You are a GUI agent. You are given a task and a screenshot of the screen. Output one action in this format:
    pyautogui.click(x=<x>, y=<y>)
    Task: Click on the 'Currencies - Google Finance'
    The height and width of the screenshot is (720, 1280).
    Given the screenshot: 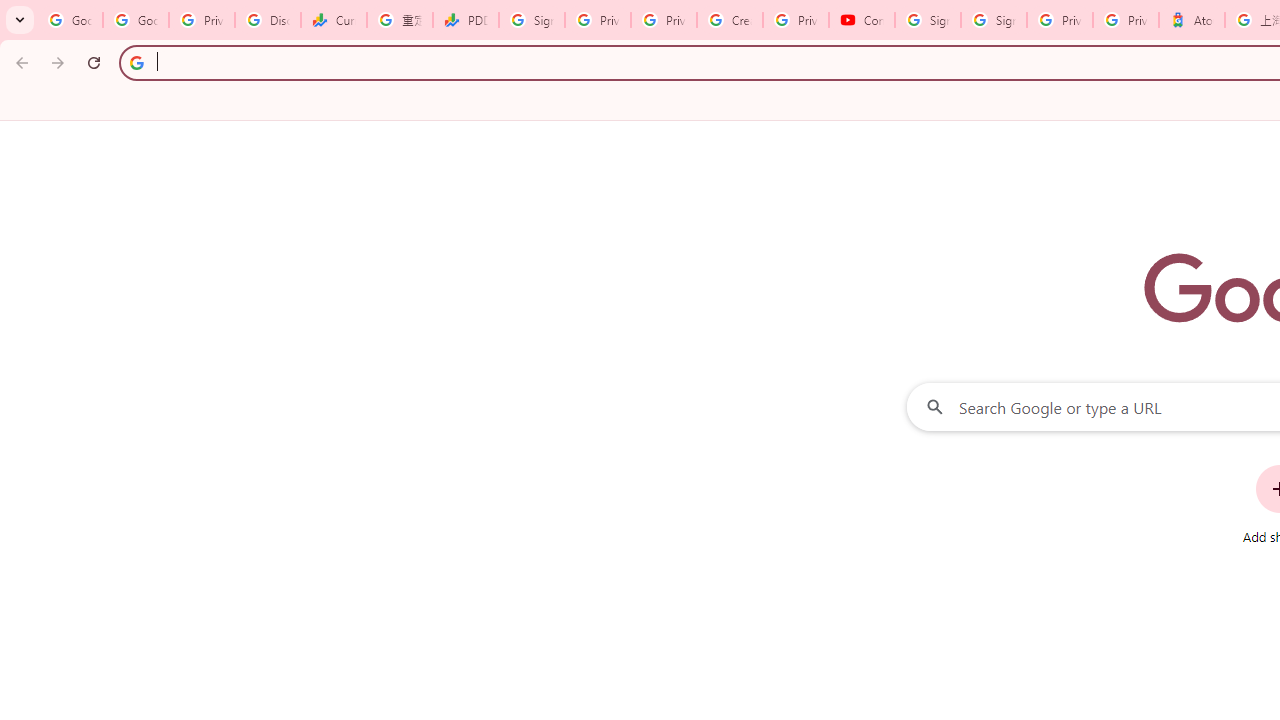 What is the action you would take?
    pyautogui.click(x=334, y=20)
    